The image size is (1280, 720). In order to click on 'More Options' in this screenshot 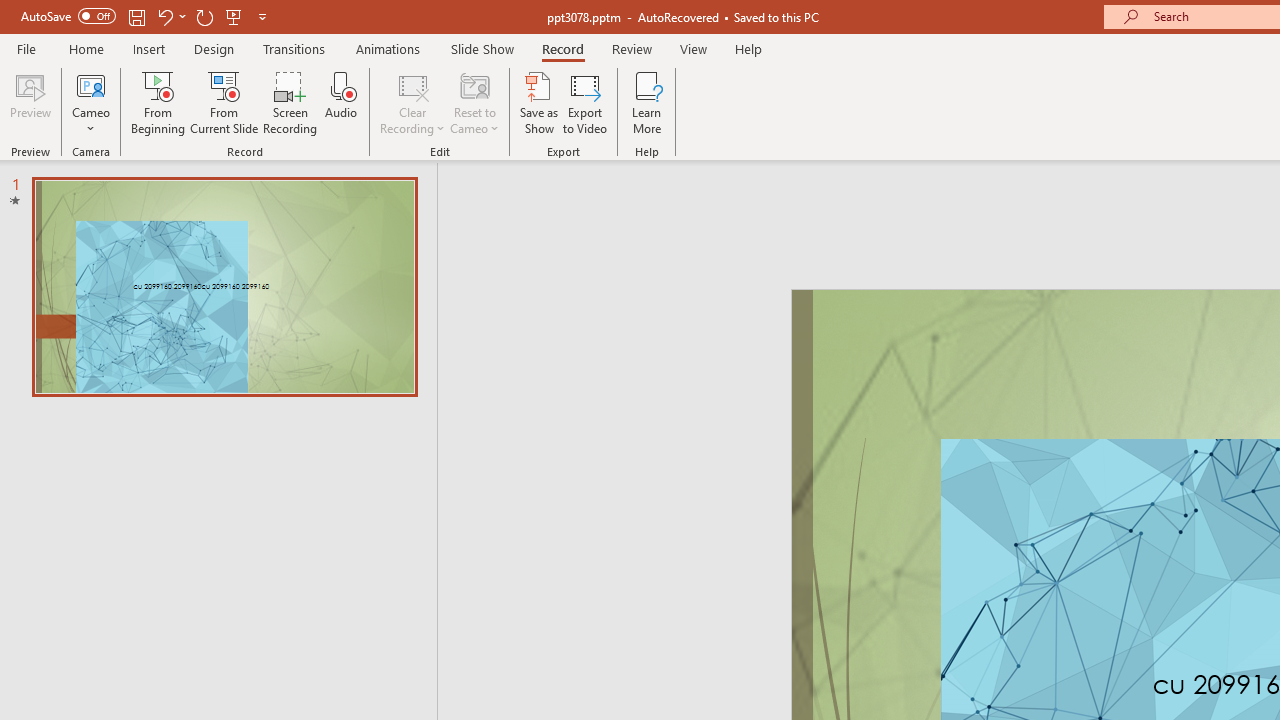, I will do `click(90, 121)`.